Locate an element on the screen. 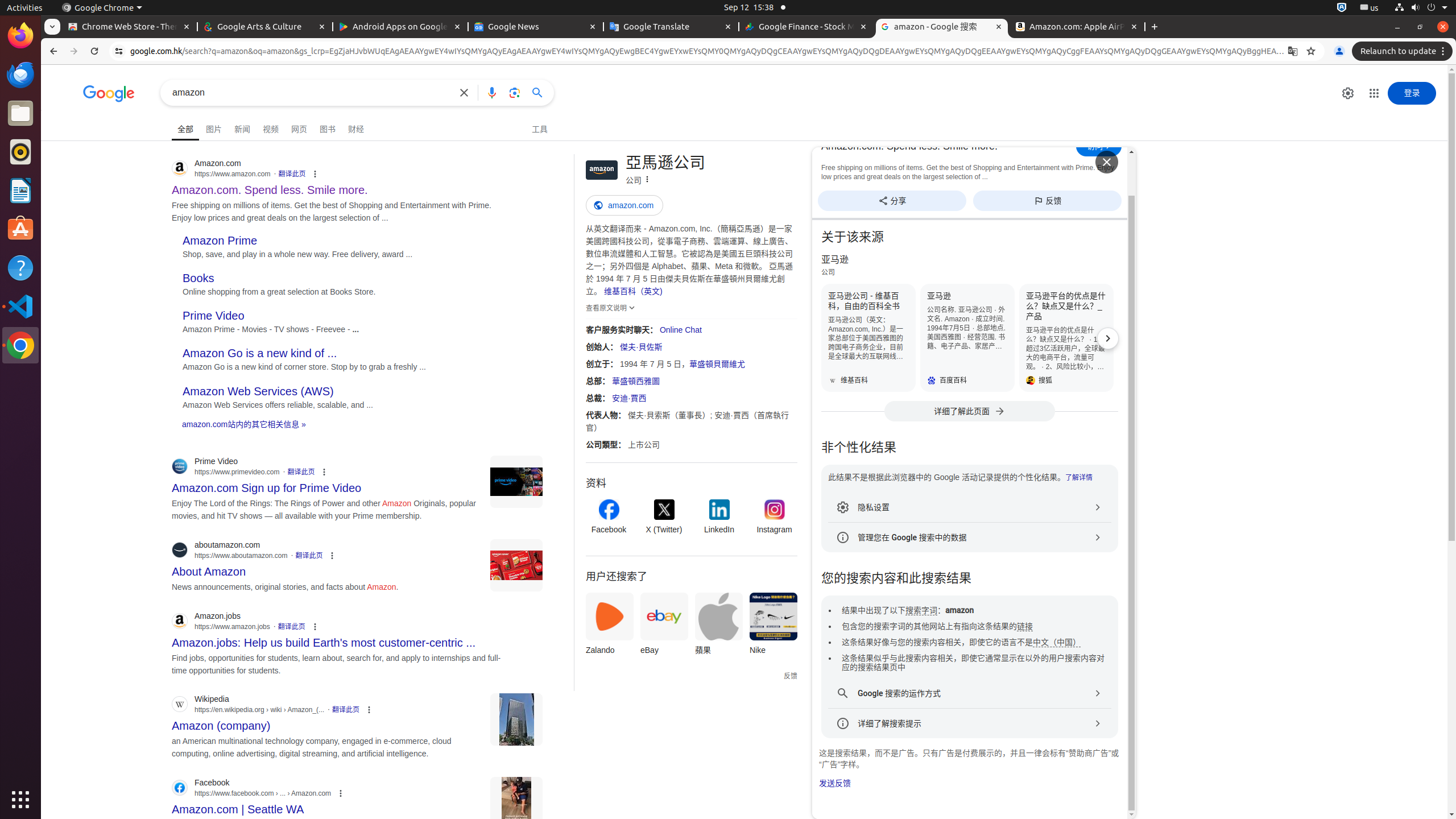 The image size is (1456, 819). 'Google 首页' is located at coordinates (109, 94).